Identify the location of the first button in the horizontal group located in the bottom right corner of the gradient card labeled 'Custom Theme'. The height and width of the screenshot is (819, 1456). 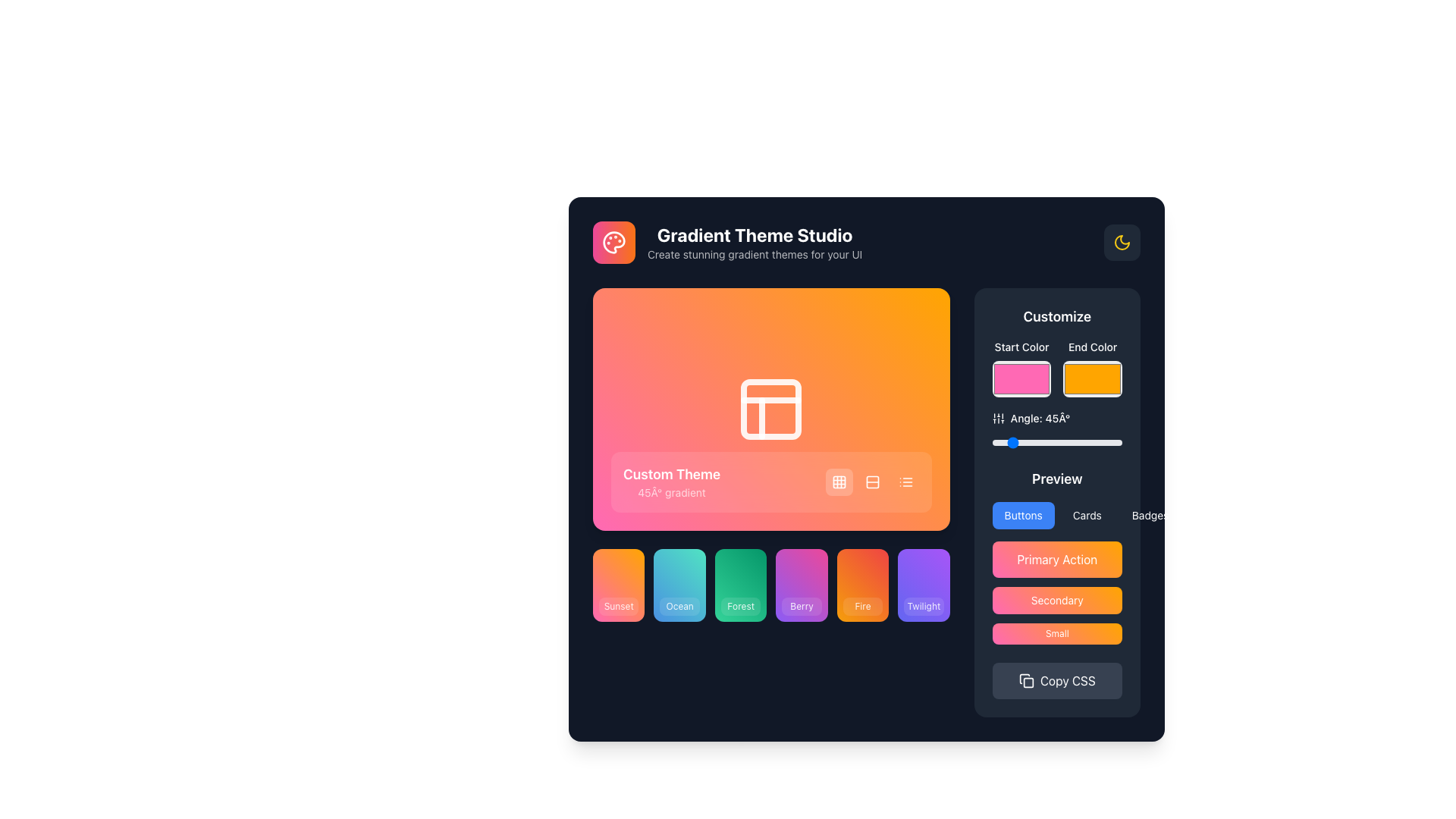
(838, 482).